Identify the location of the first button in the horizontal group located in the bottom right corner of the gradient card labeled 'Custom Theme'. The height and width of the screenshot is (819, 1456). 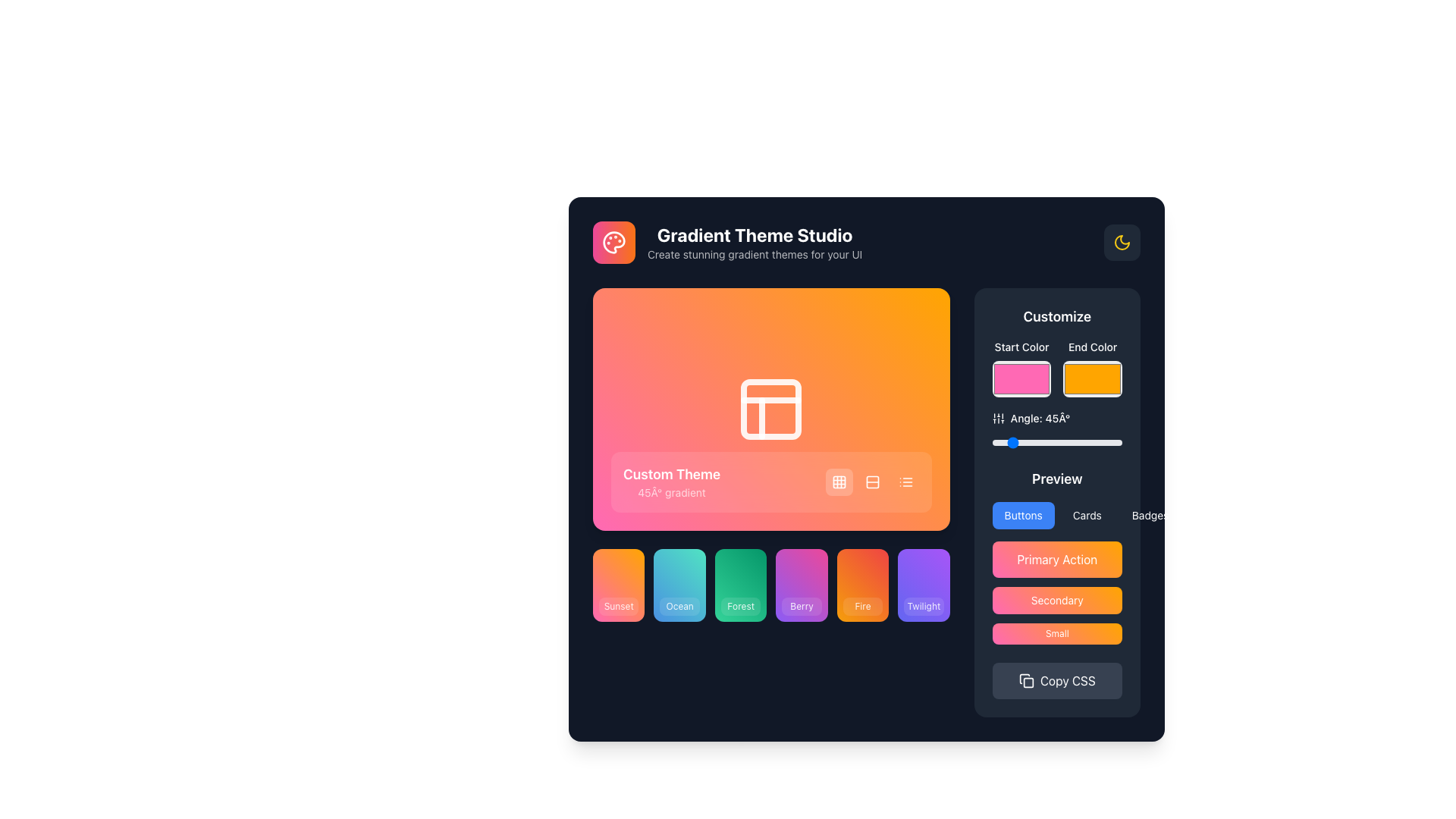
(838, 482).